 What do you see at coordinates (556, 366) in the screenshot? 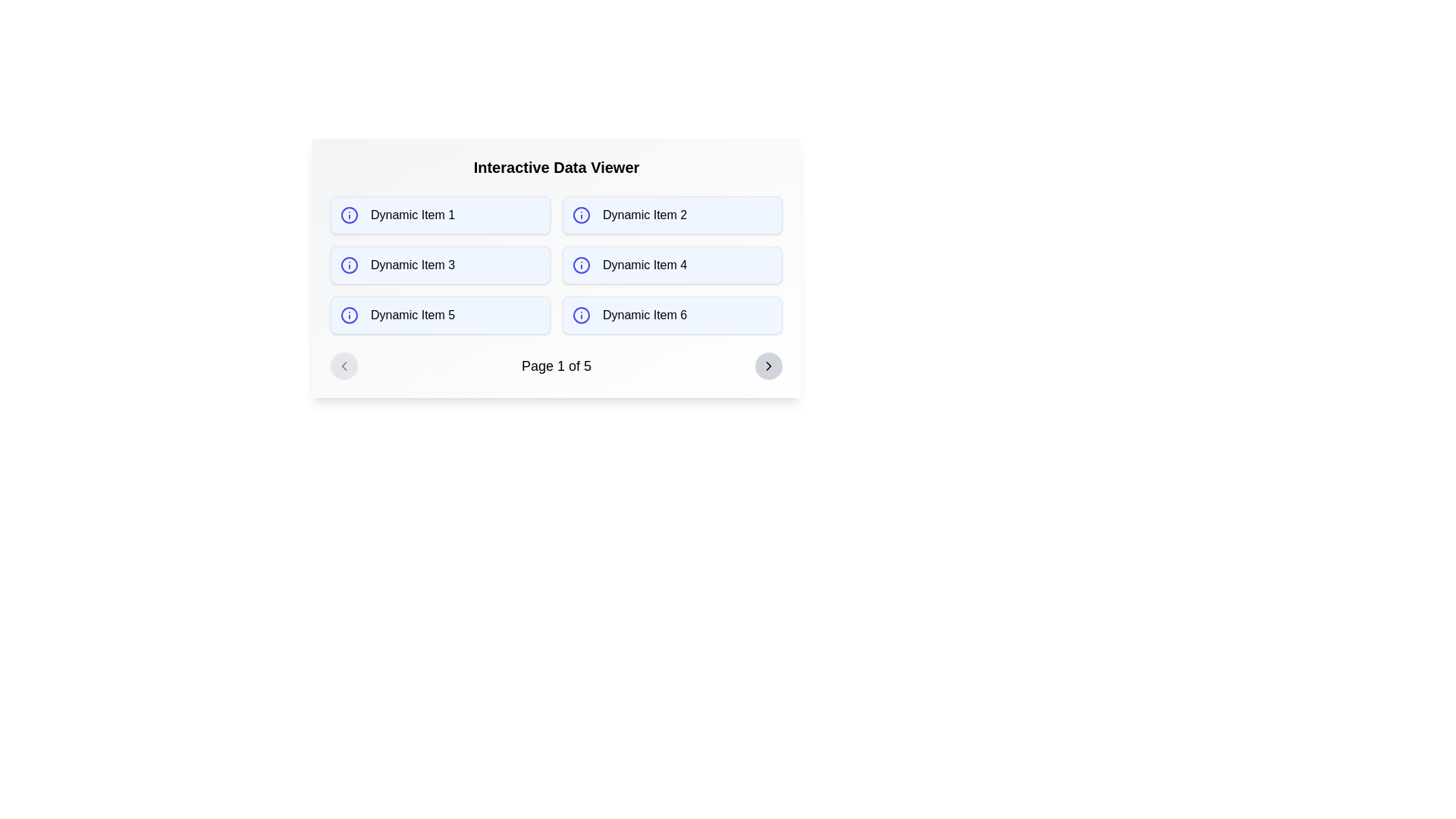
I see `the text element that displays page information, located below the grid of items and between two circular buttons` at bounding box center [556, 366].